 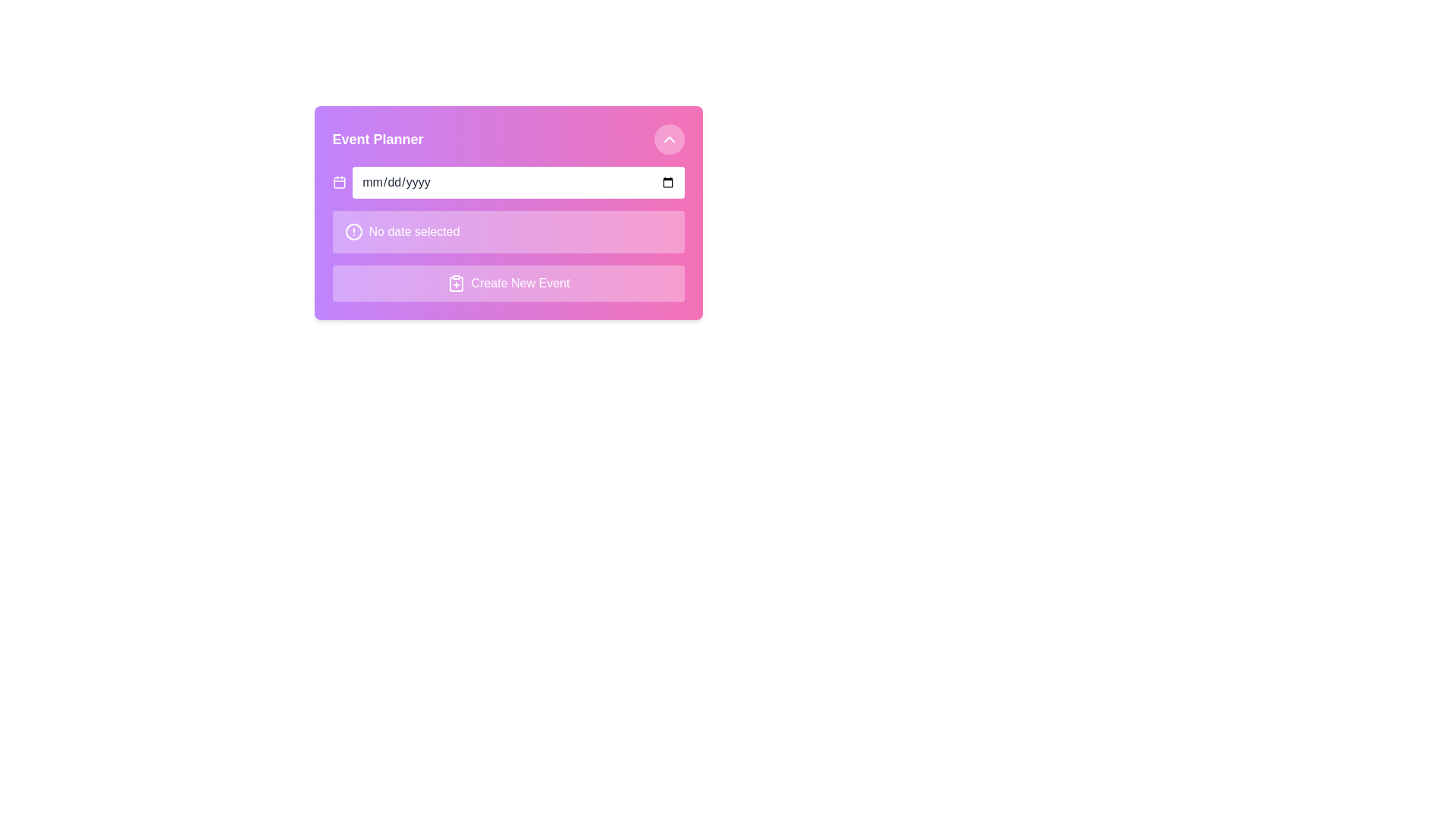 What do you see at coordinates (508, 231) in the screenshot?
I see `the second highlighted Status Indicator that displays a notification for no date selected` at bounding box center [508, 231].